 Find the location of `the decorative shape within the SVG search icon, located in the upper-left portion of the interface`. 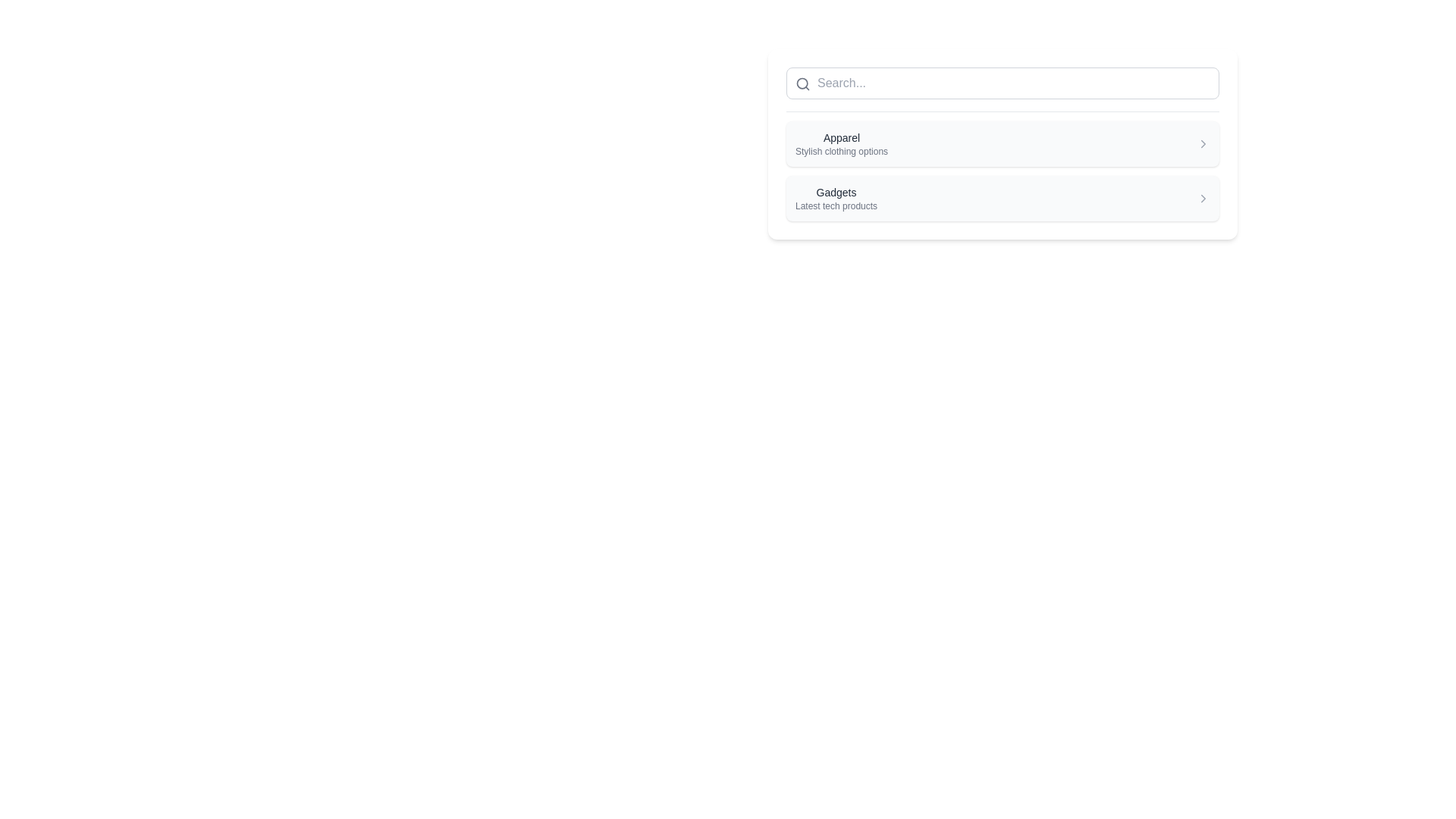

the decorative shape within the SVG search icon, located in the upper-left portion of the interface is located at coordinates (802, 83).